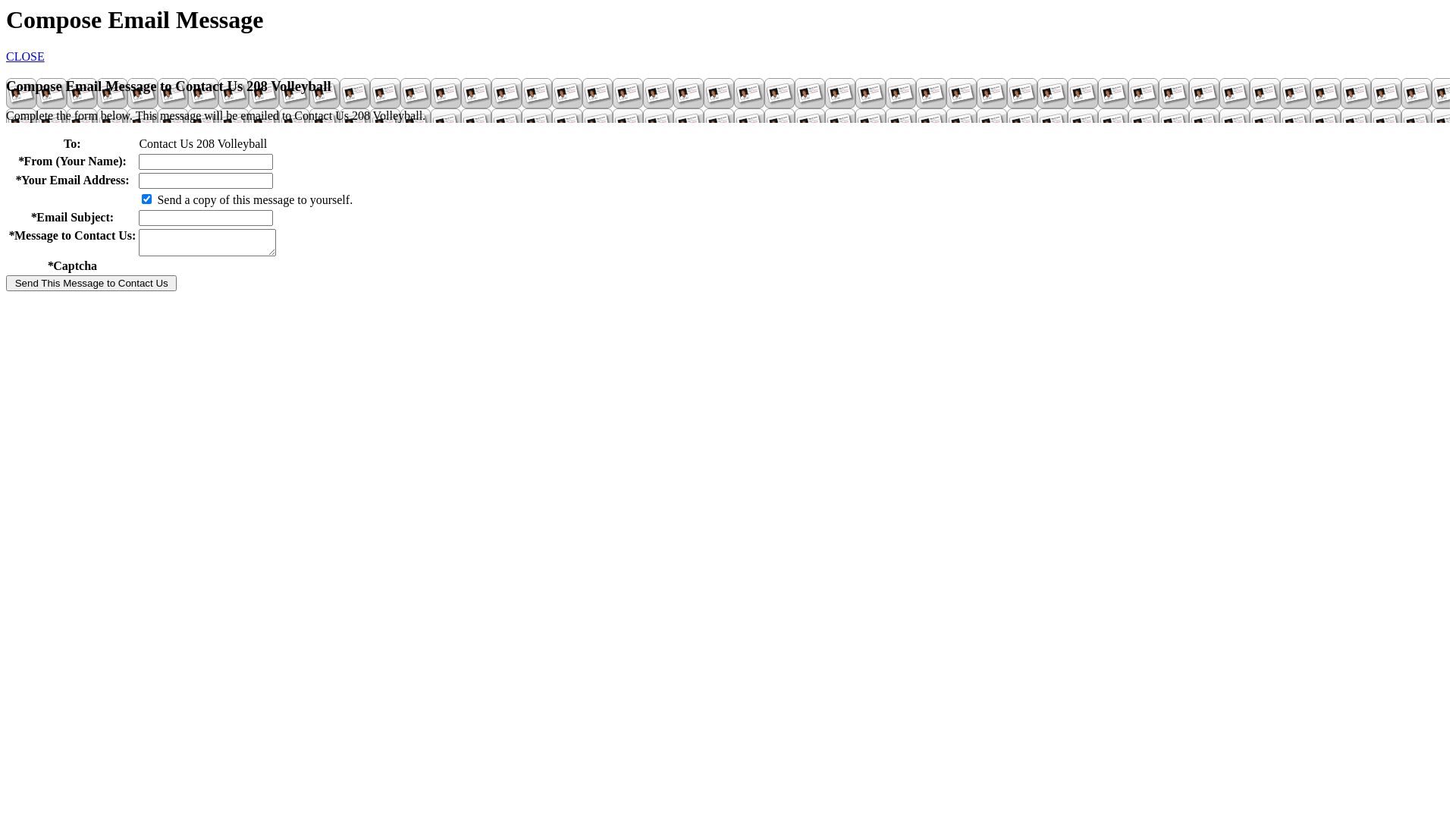 This screenshot has width=1456, height=819. What do you see at coordinates (90, 283) in the screenshot?
I see `' Send This Message to Contact Us '` at bounding box center [90, 283].